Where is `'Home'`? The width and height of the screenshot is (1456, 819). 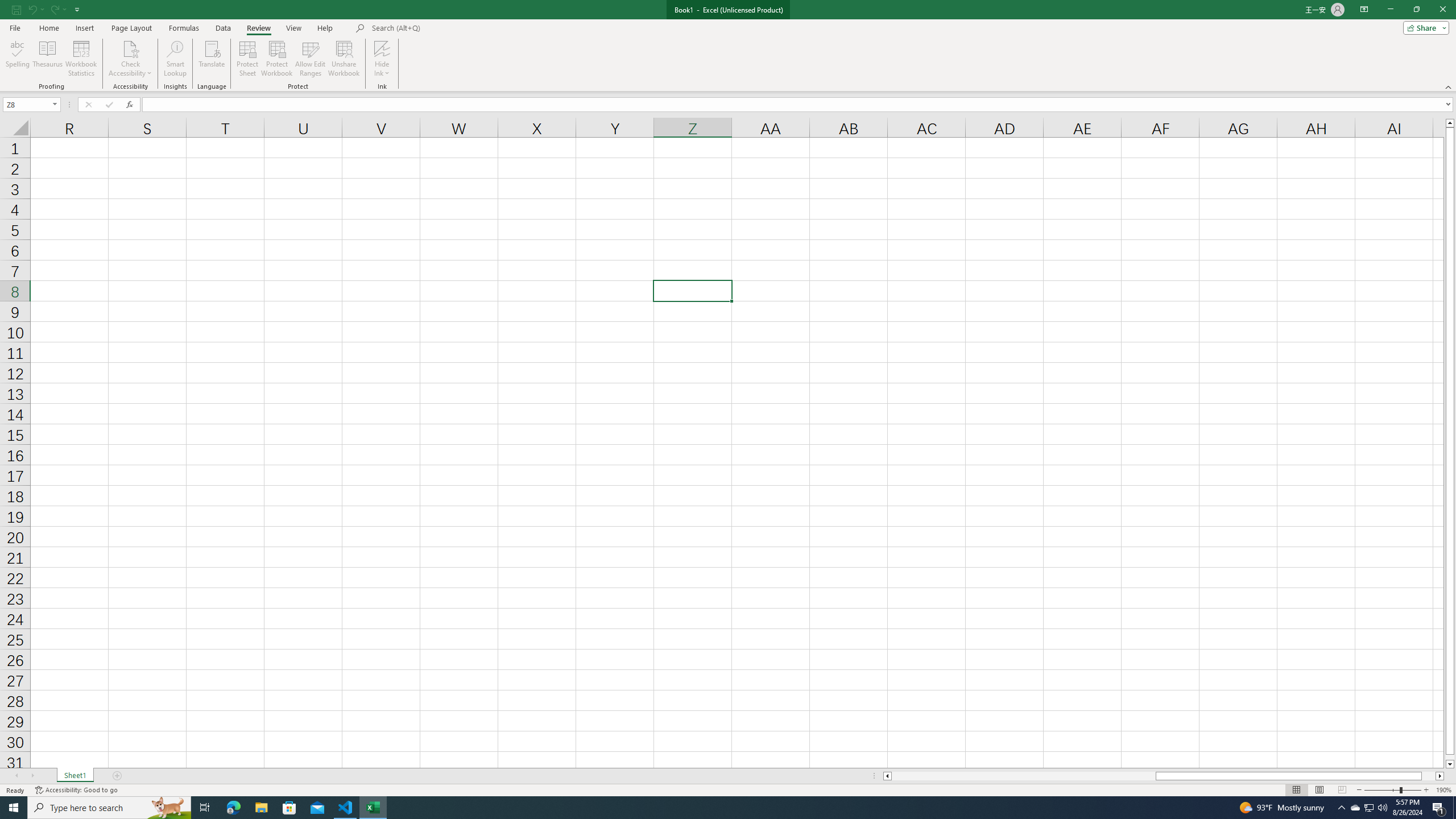 'Home' is located at coordinates (48, 28).